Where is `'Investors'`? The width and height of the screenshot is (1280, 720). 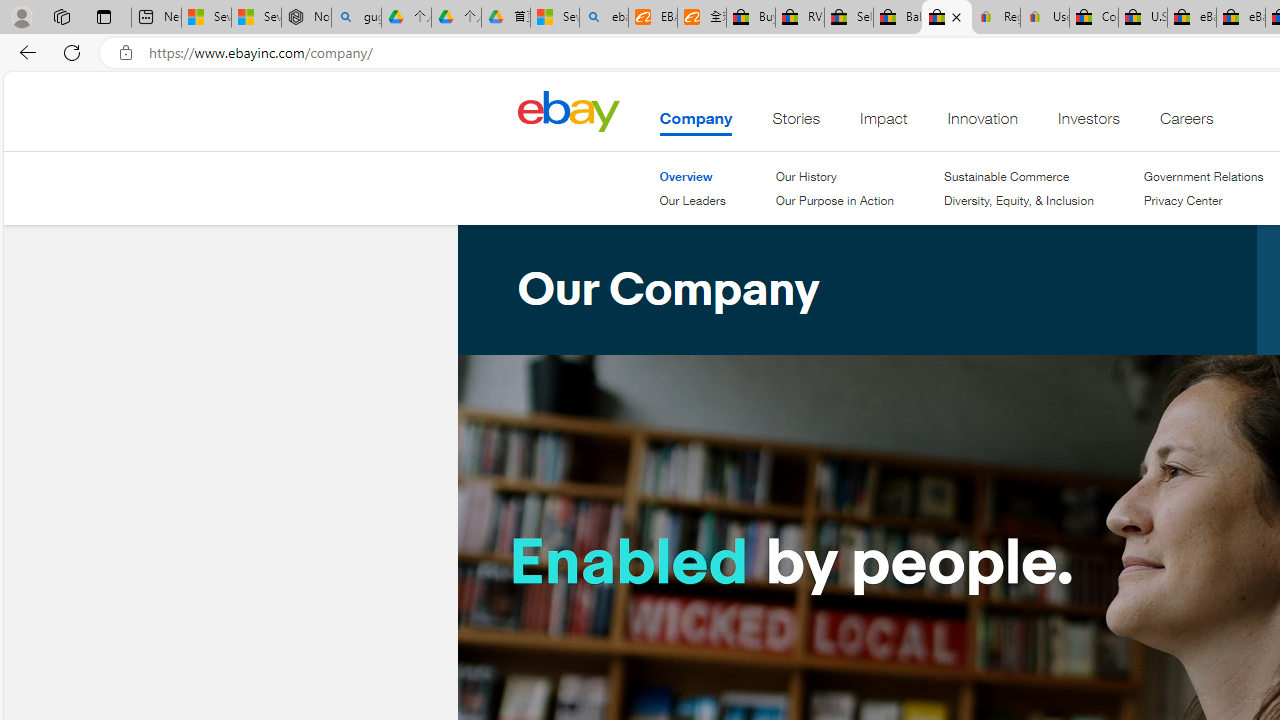
'Investors' is located at coordinates (1088, 123).